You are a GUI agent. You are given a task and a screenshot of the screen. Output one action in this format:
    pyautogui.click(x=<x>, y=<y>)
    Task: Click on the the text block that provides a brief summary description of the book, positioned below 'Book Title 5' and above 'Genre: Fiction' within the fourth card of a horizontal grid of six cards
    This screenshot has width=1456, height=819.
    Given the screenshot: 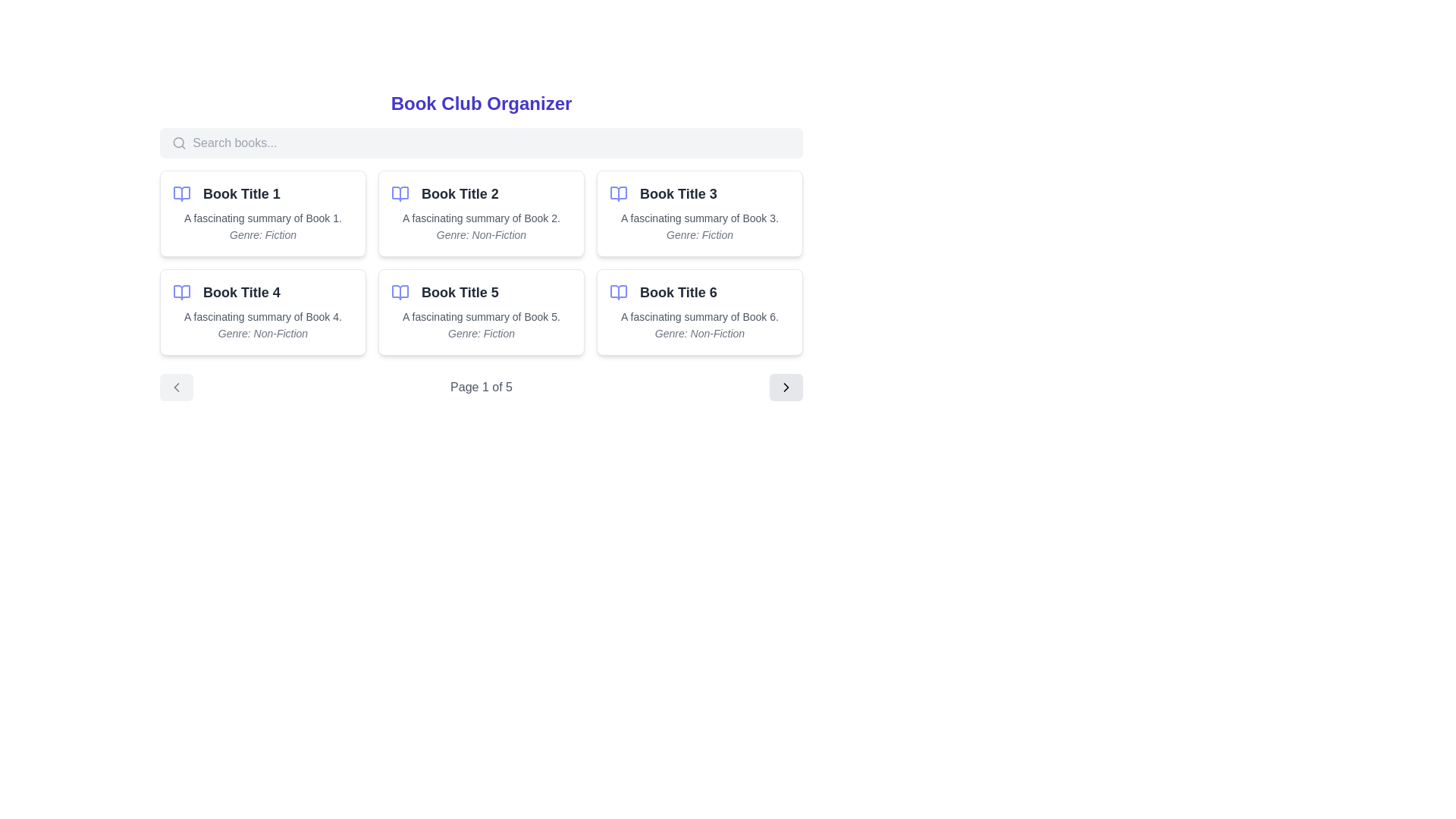 What is the action you would take?
    pyautogui.click(x=480, y=315)
    